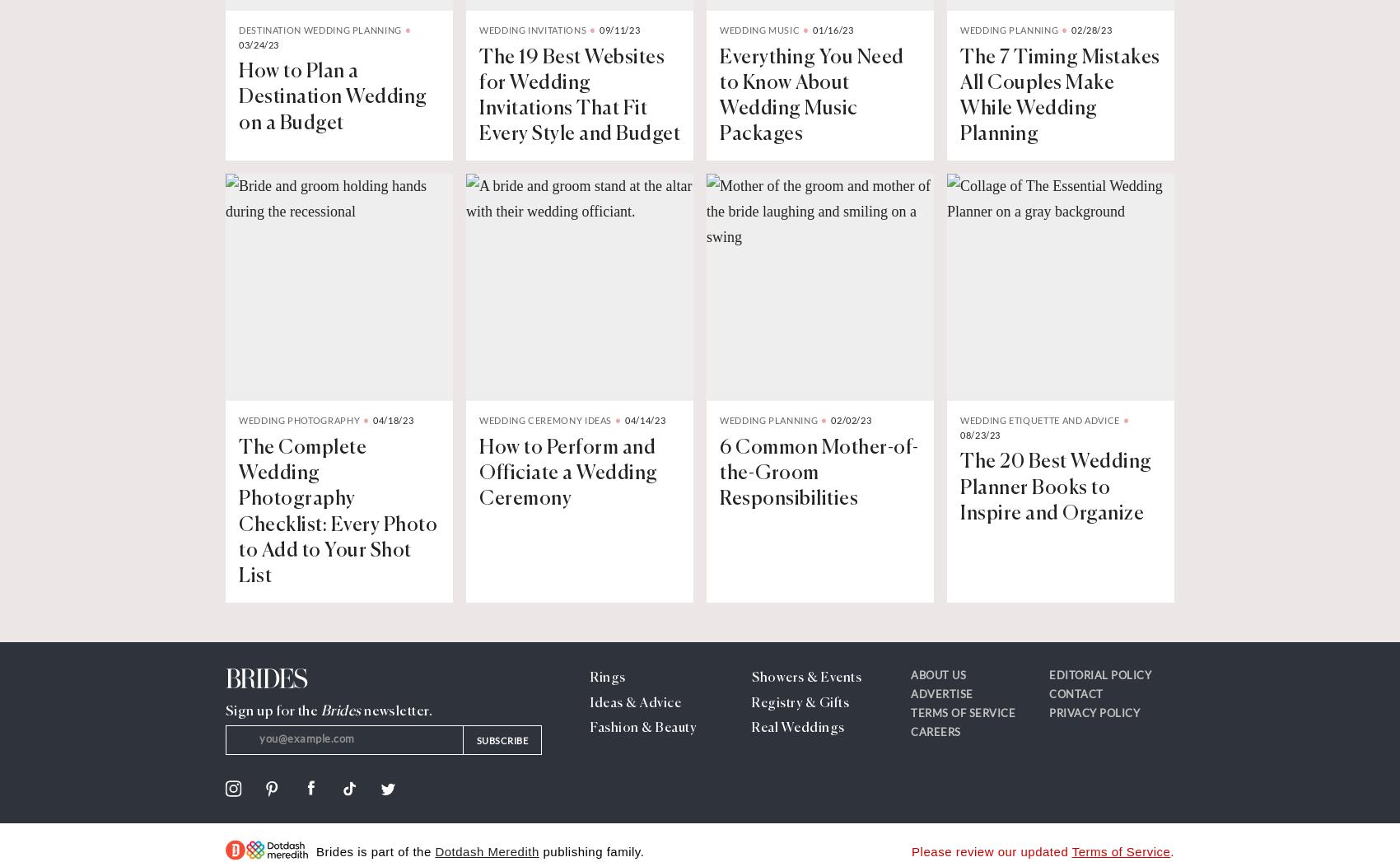 The width and height of the screenshot is (1400, 862). Describe the element at coordinates (360, 711) in the screenshot. I see `'newsletter.'` at that location.